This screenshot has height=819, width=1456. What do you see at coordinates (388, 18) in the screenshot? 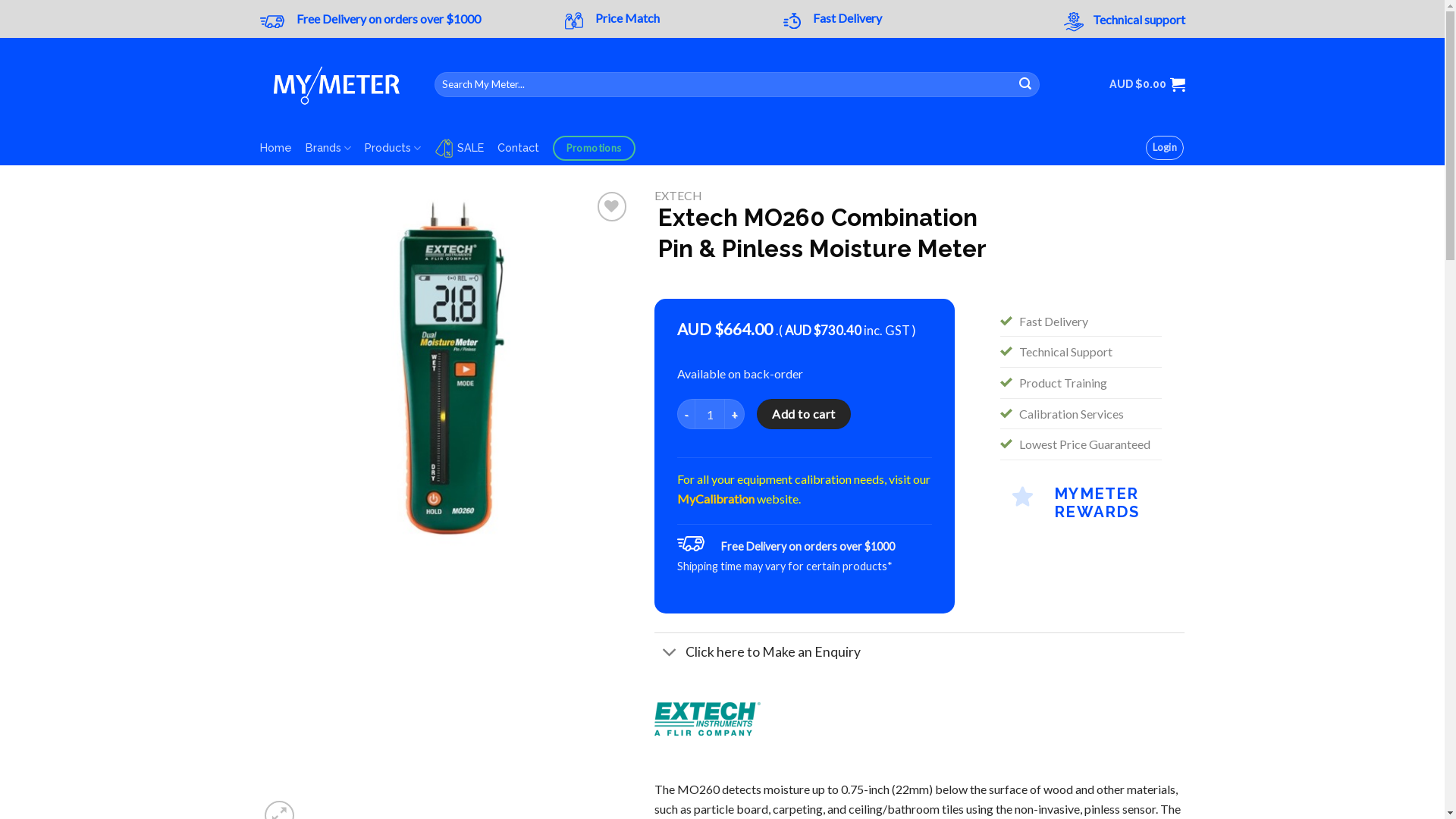
I see `'Free Delivery on orders over $1000'` at bounding box center [388, 18].